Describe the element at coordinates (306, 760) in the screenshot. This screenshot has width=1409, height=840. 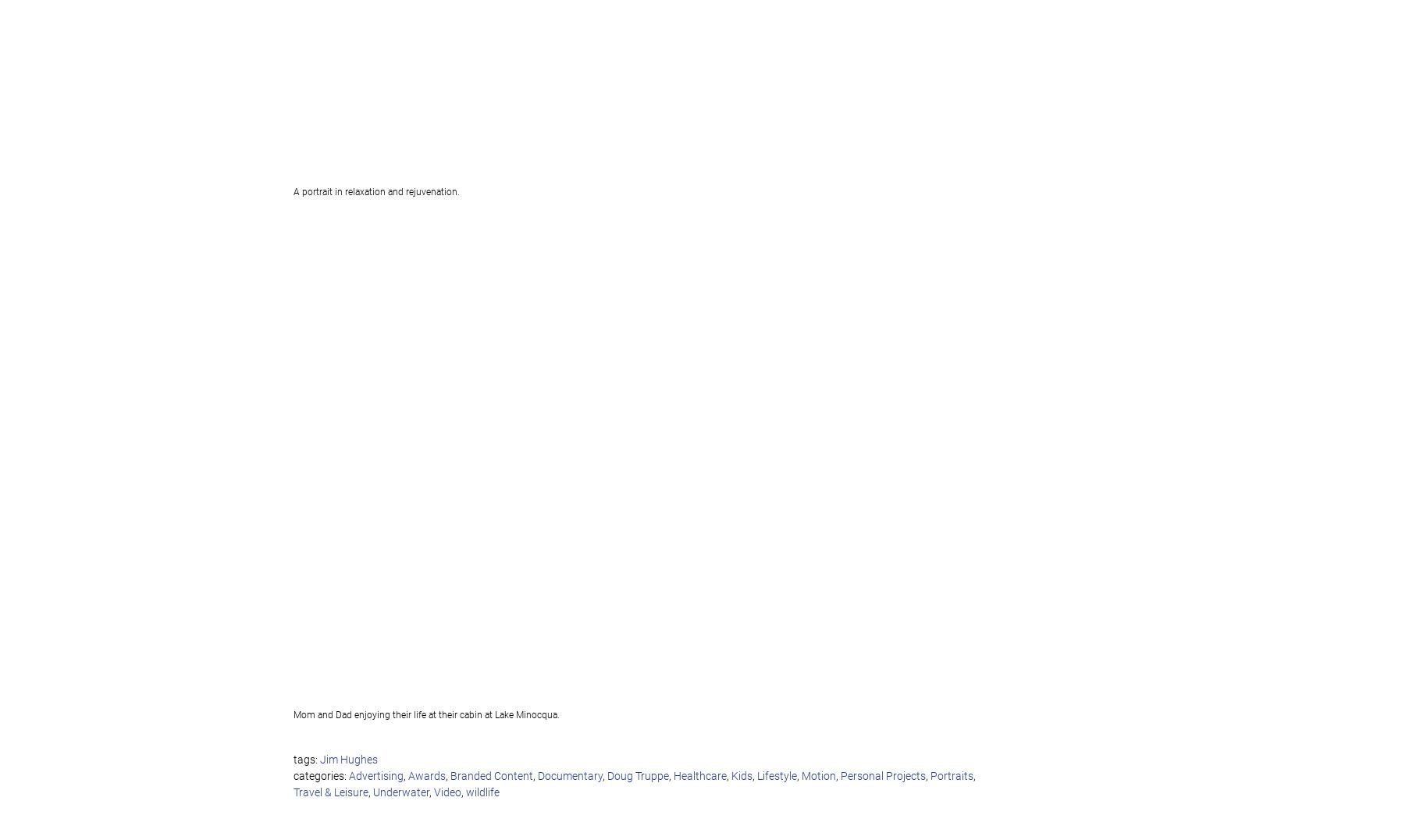
I see `'tags:'` at that location.